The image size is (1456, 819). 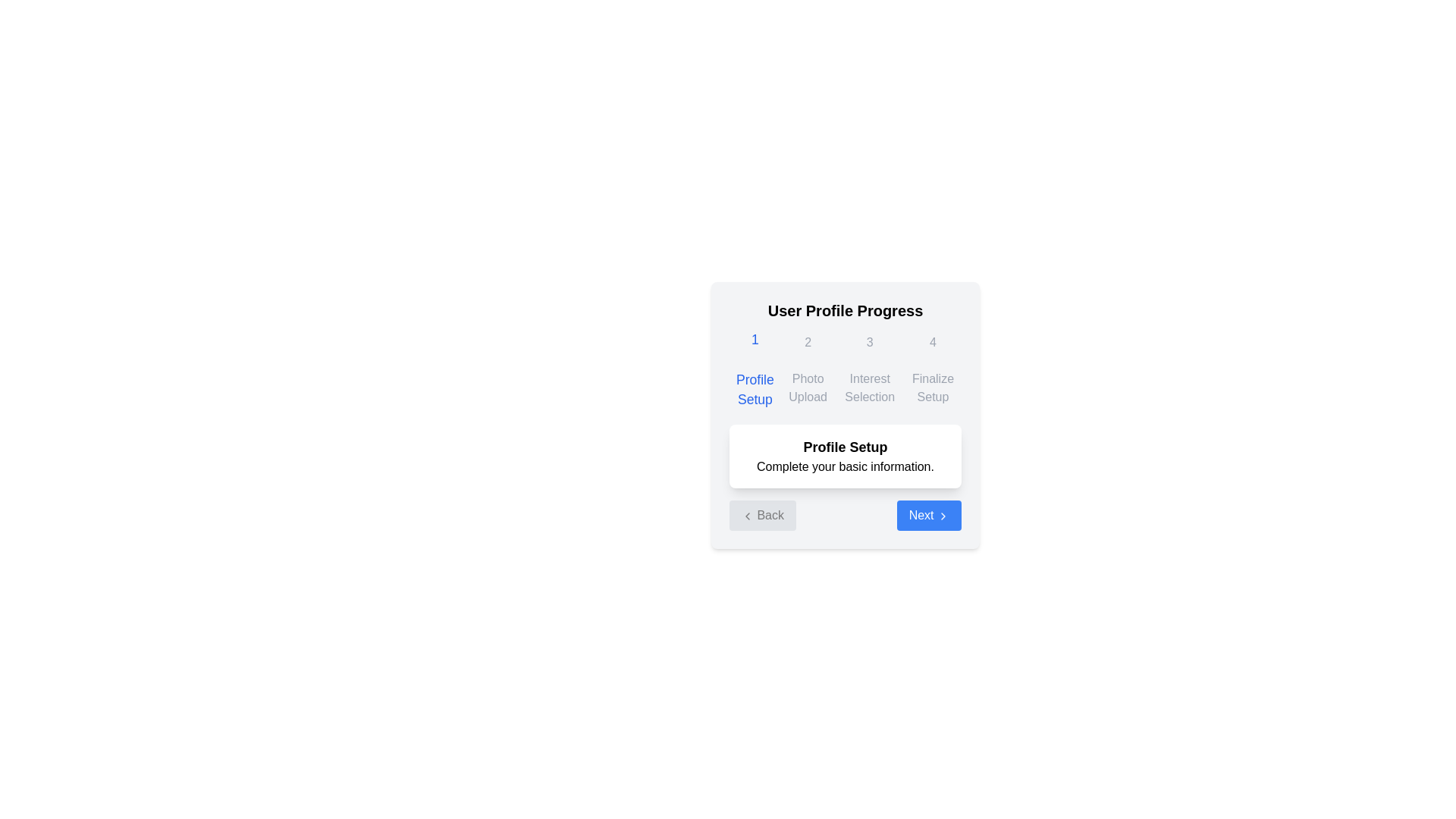 I want to click on the Progress Indicator displaying the stages of user profile setup, including '1 Profile Setup', '2 Photo Upload', '3 Interest Selection', and '4 Finalize Setup', with the first stage highlighted in blue, so click(x=844, y=370).